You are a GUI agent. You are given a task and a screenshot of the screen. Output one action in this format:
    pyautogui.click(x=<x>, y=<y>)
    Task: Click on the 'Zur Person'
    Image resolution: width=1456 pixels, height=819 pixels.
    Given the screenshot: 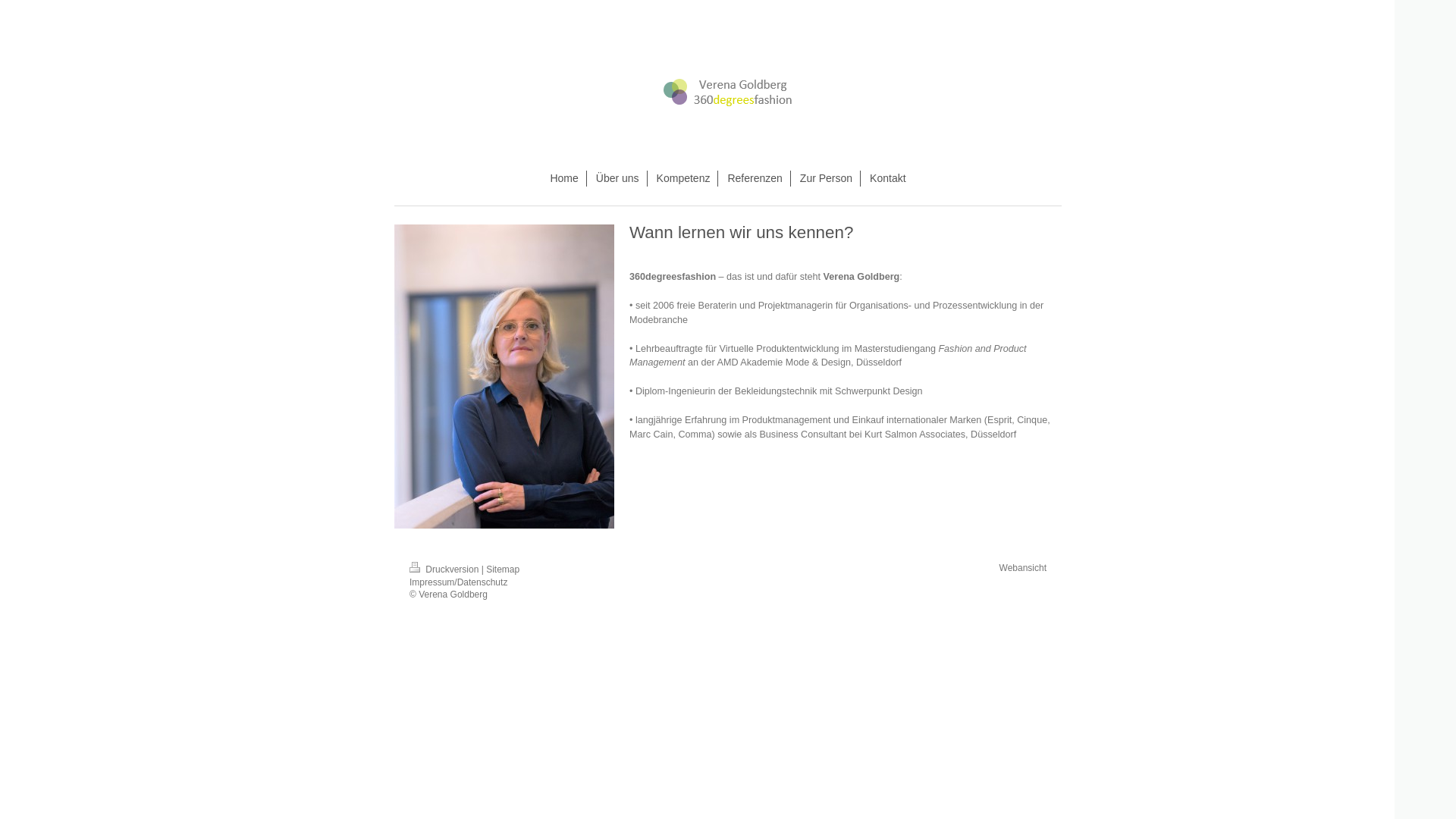 What is the action you would take?
    pyautogui.click(x=825, y=177)
    